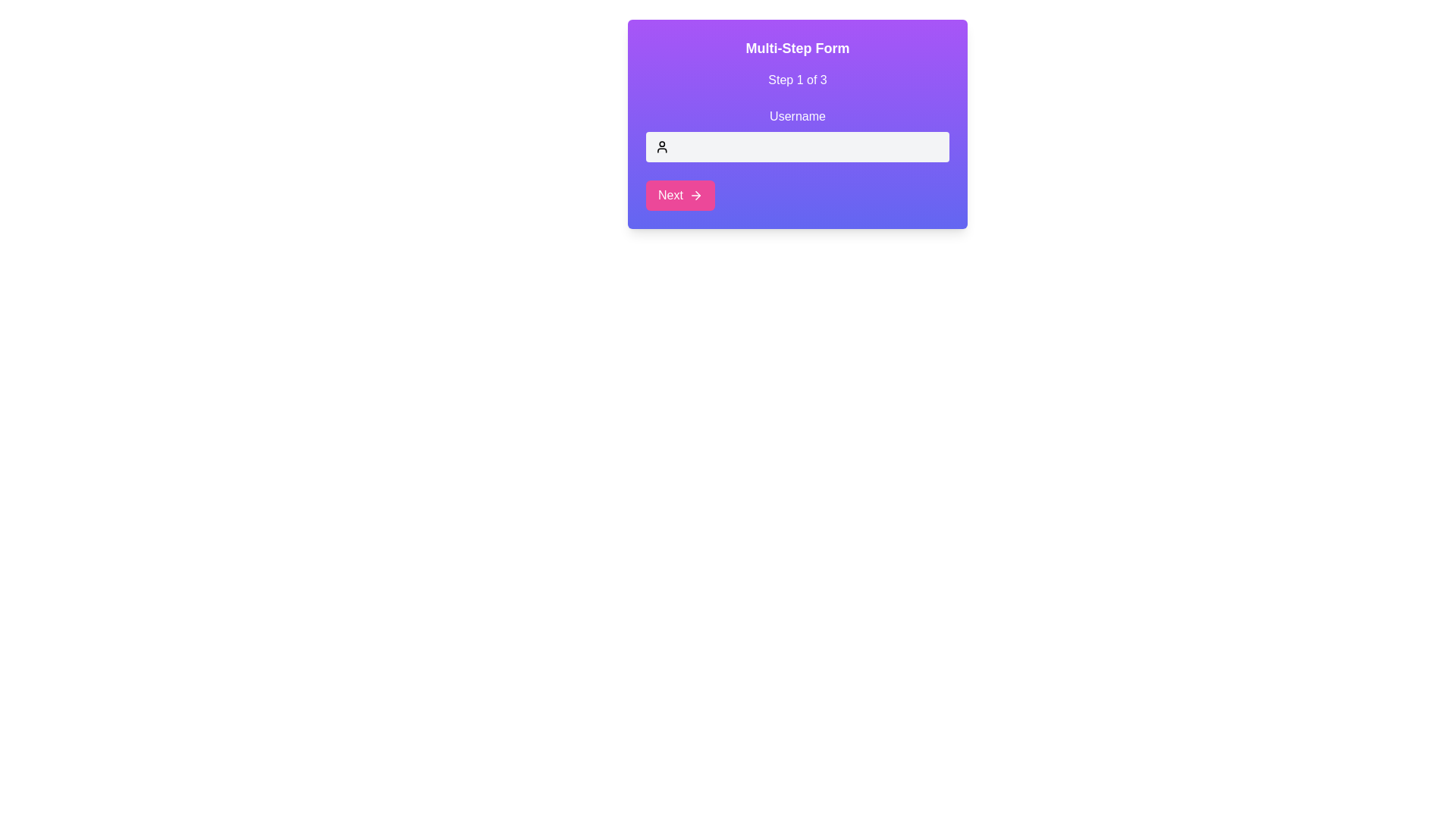 The image size is (1456, 819). Describe the element at coordinates (695, 195) in the screenshot. I see `the forward arrow icon within the pink 'Next' button located at the lower-left section of the main interface card` at that location.